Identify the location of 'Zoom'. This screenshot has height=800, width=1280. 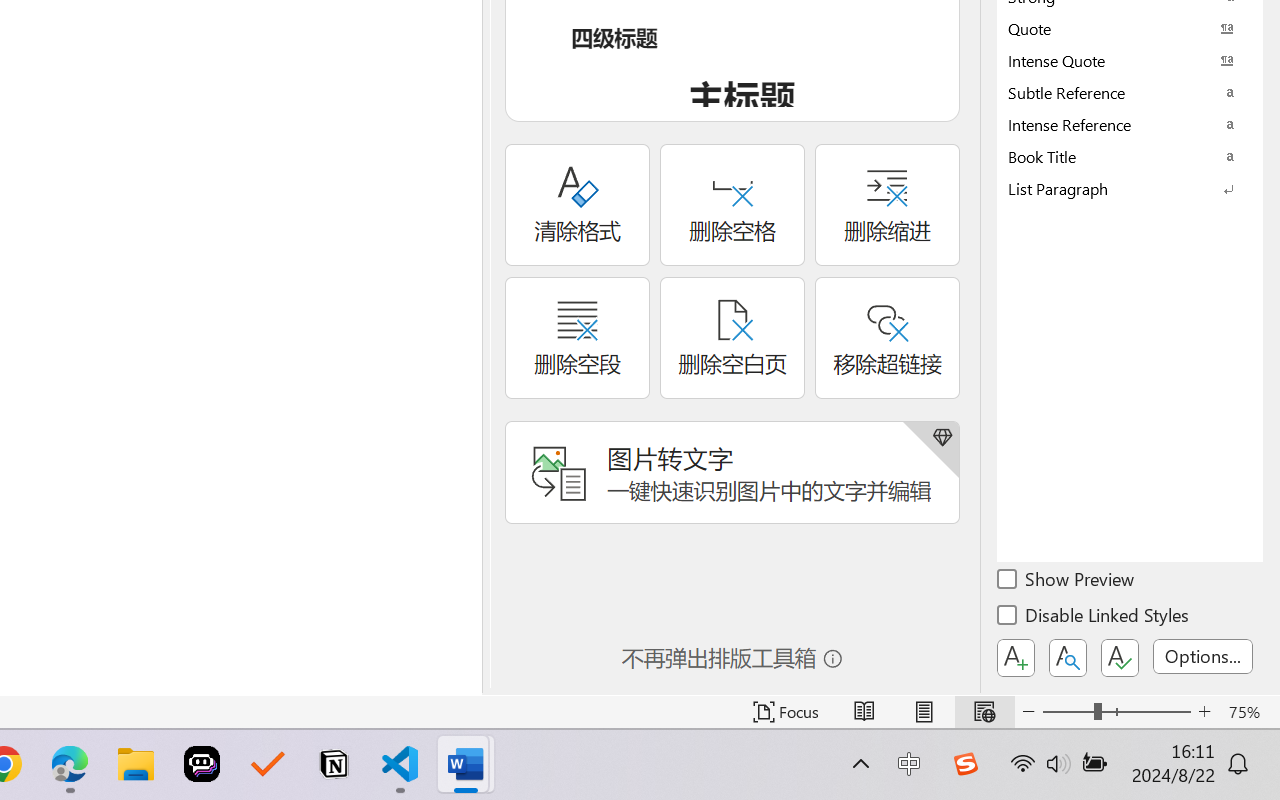
(1115, 711).